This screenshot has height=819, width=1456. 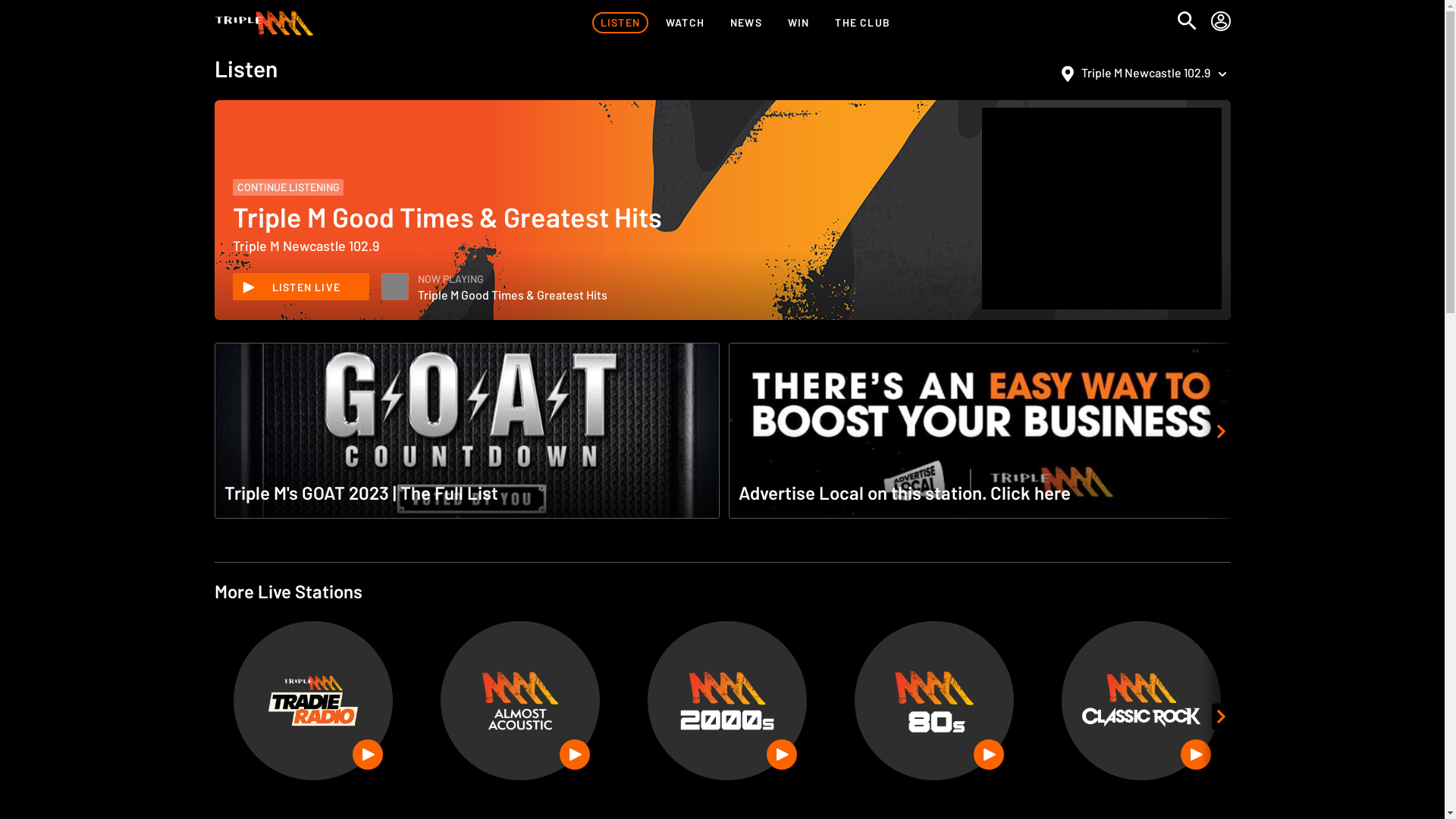 I want to click on 'Triple M Tradie Radio', so click(x=248, y=701).